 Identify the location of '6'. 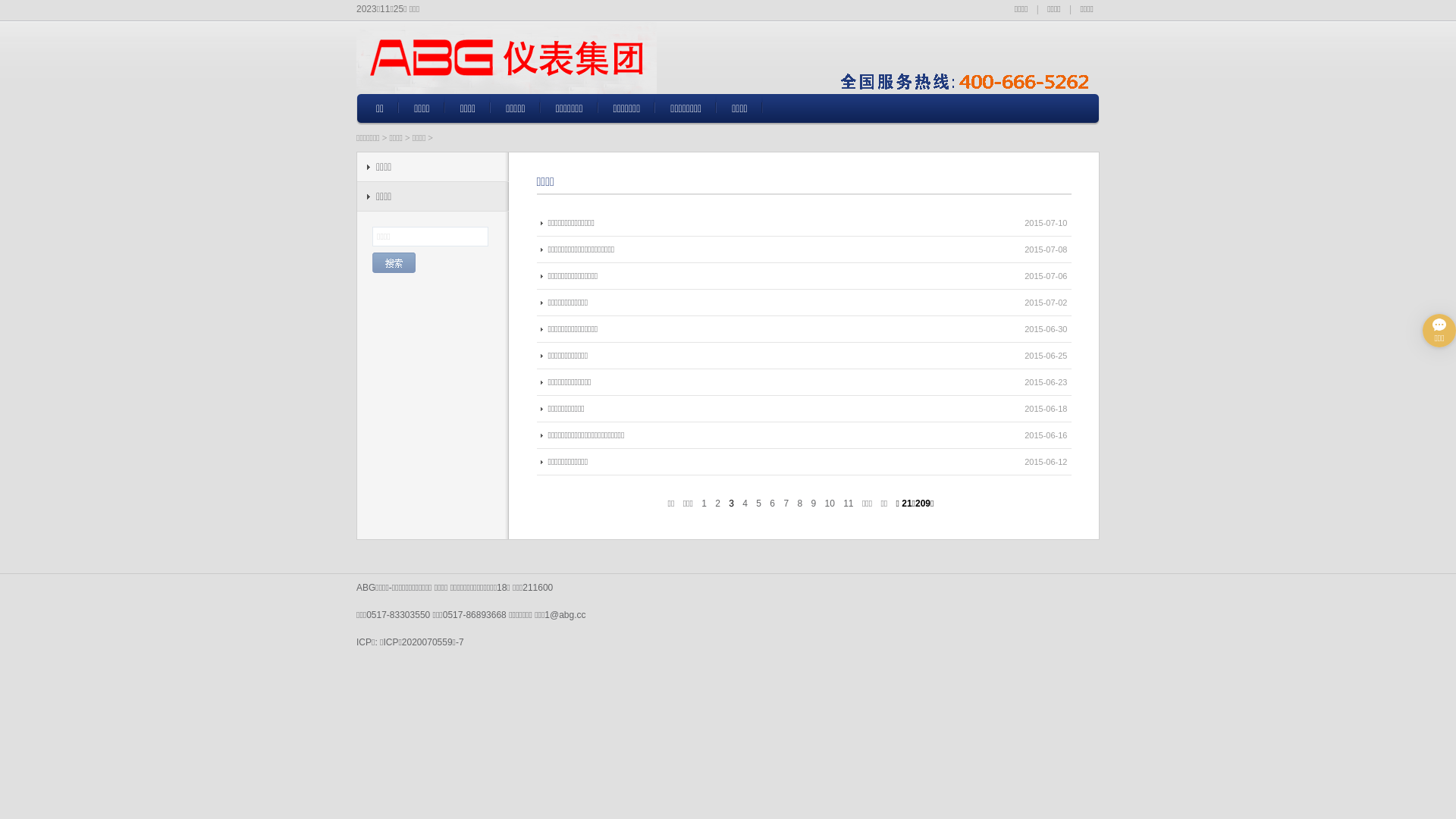
(772, 503).